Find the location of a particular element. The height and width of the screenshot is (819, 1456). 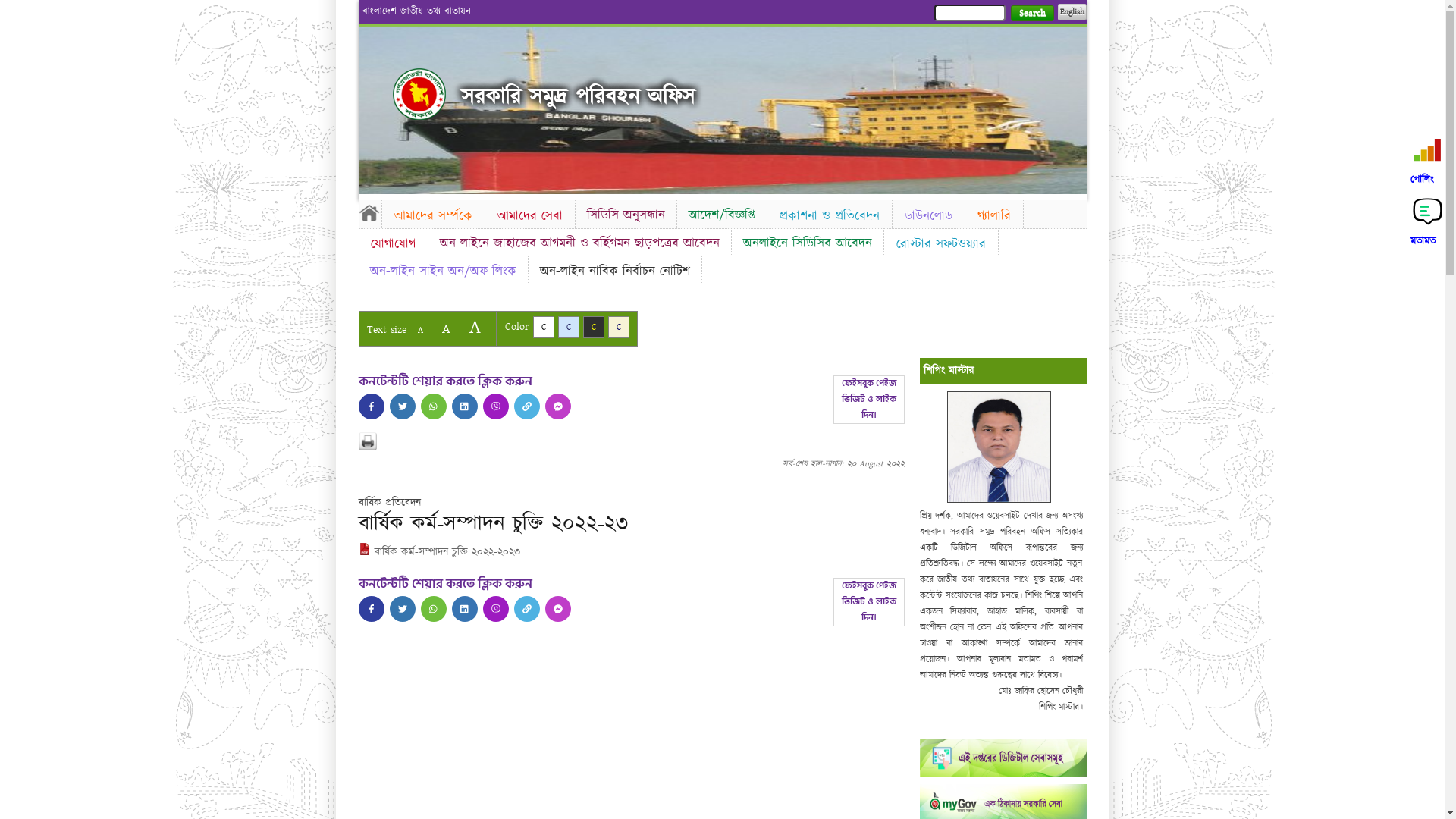

'A' is located at coordinates (409, 329).